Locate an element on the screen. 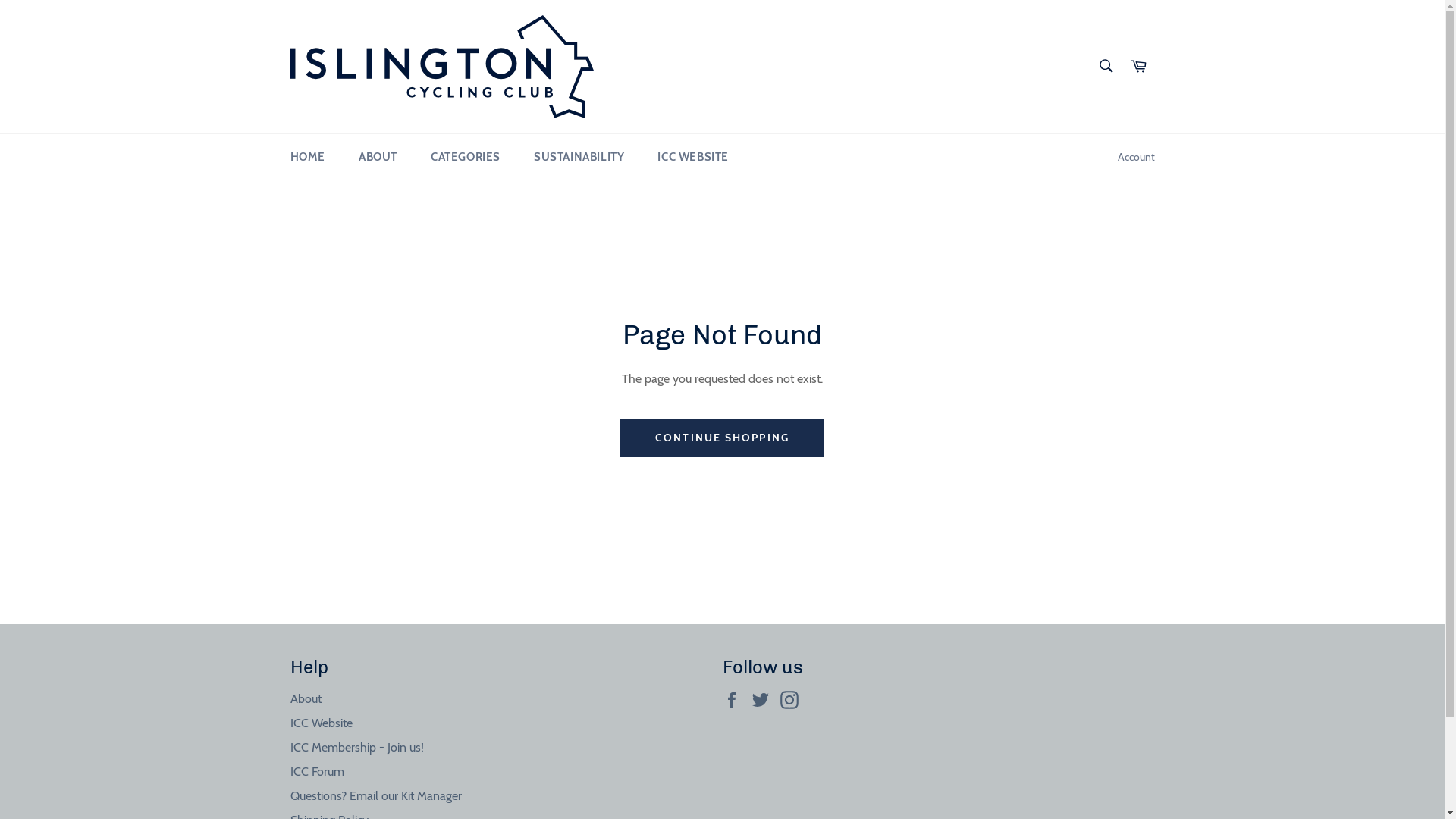  'Cart' is located at coordinates (1138, 66).